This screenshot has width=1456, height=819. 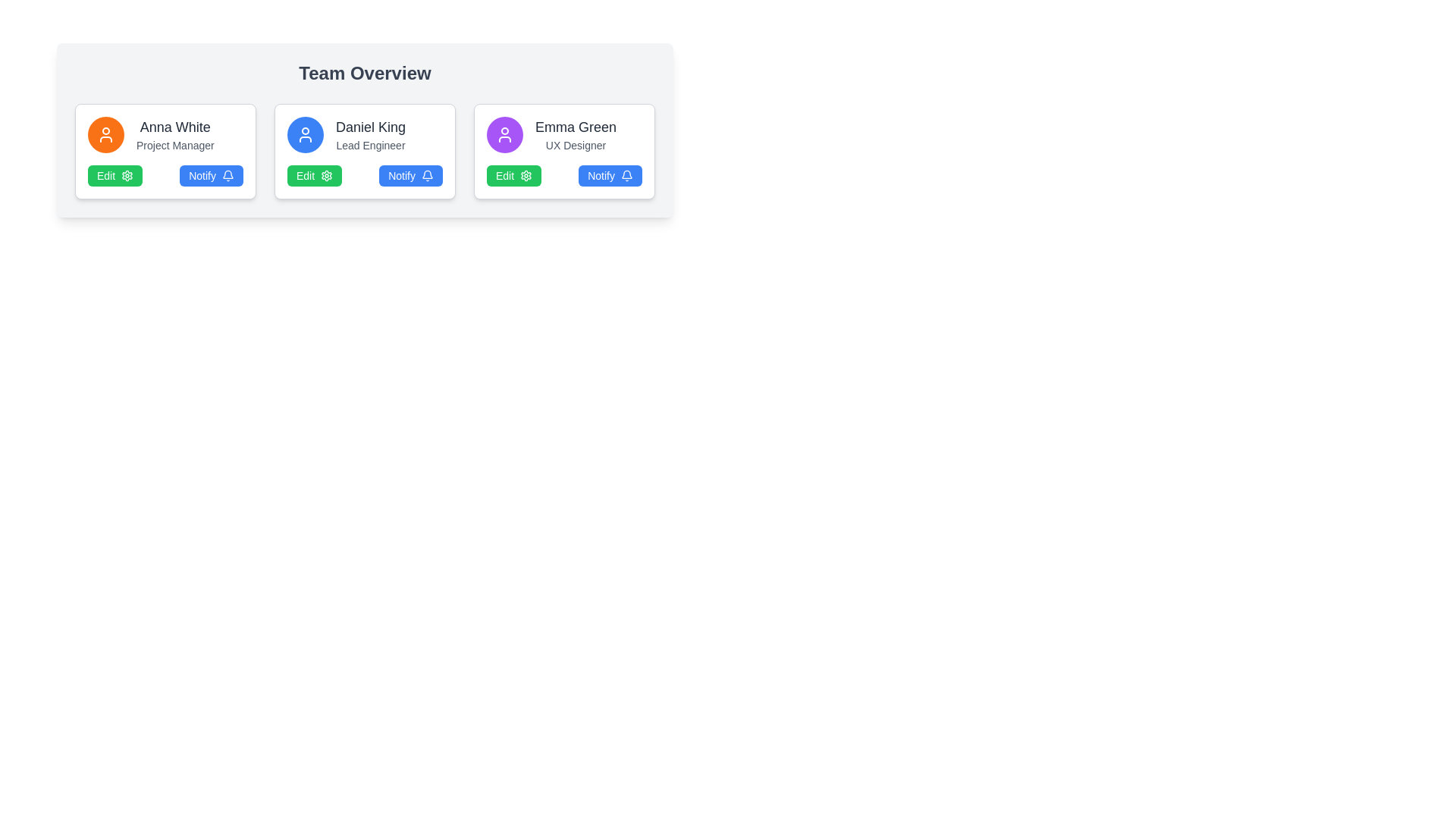 What do you see at coordinates (105, 133) in the screenshot?
I see `the user icon representing 'Anna White, Project Manager' in the first profile card` at bounding box center [105, 133].